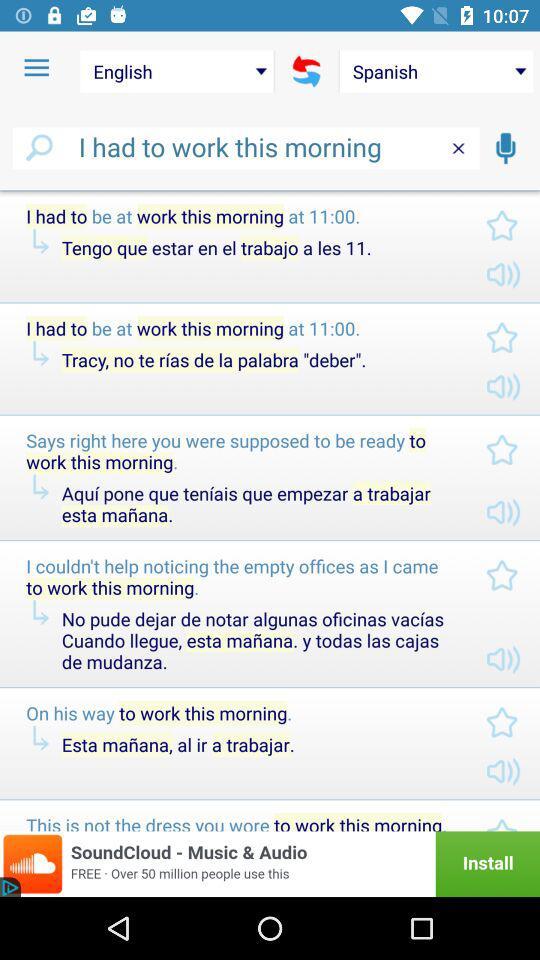 Image resolution: width=540 pixels, height=960 pixels. Describe the element at coordinates (36, 68) in the screenshot. I see `item to the left of english item` at that location.